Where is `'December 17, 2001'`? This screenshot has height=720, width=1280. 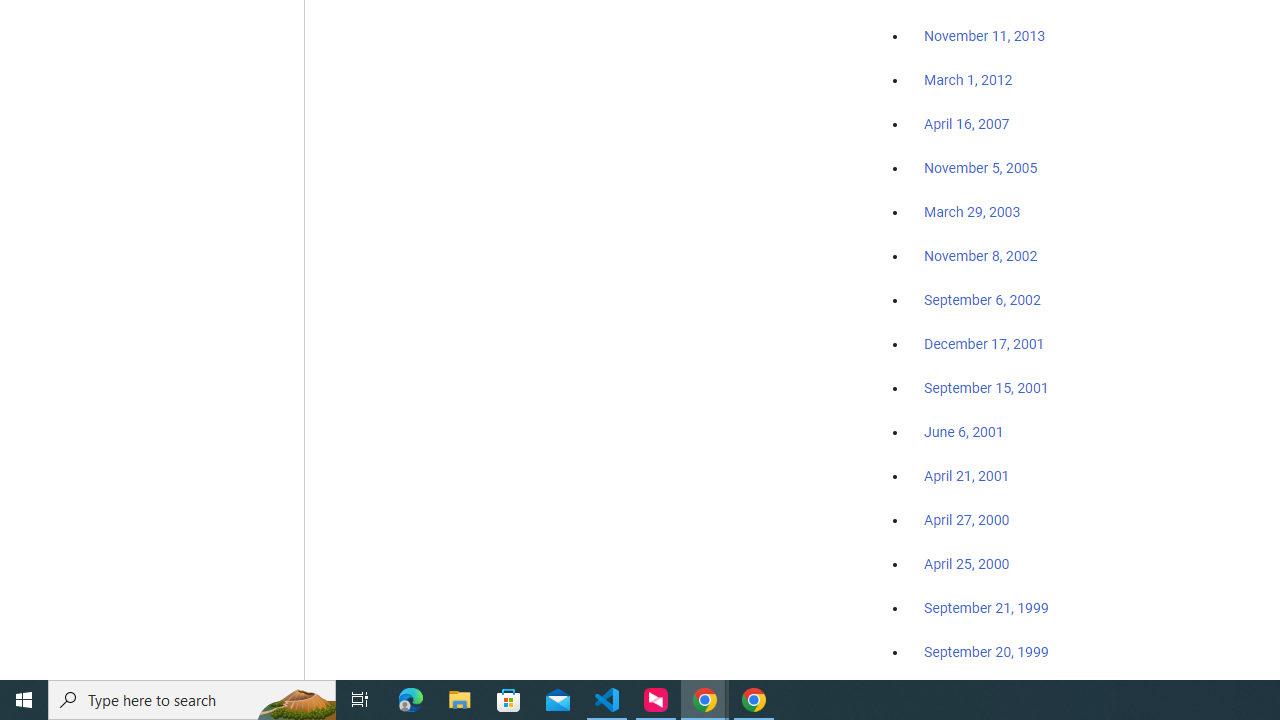 'December 17, 2001' is located at coordinates (984, 342).